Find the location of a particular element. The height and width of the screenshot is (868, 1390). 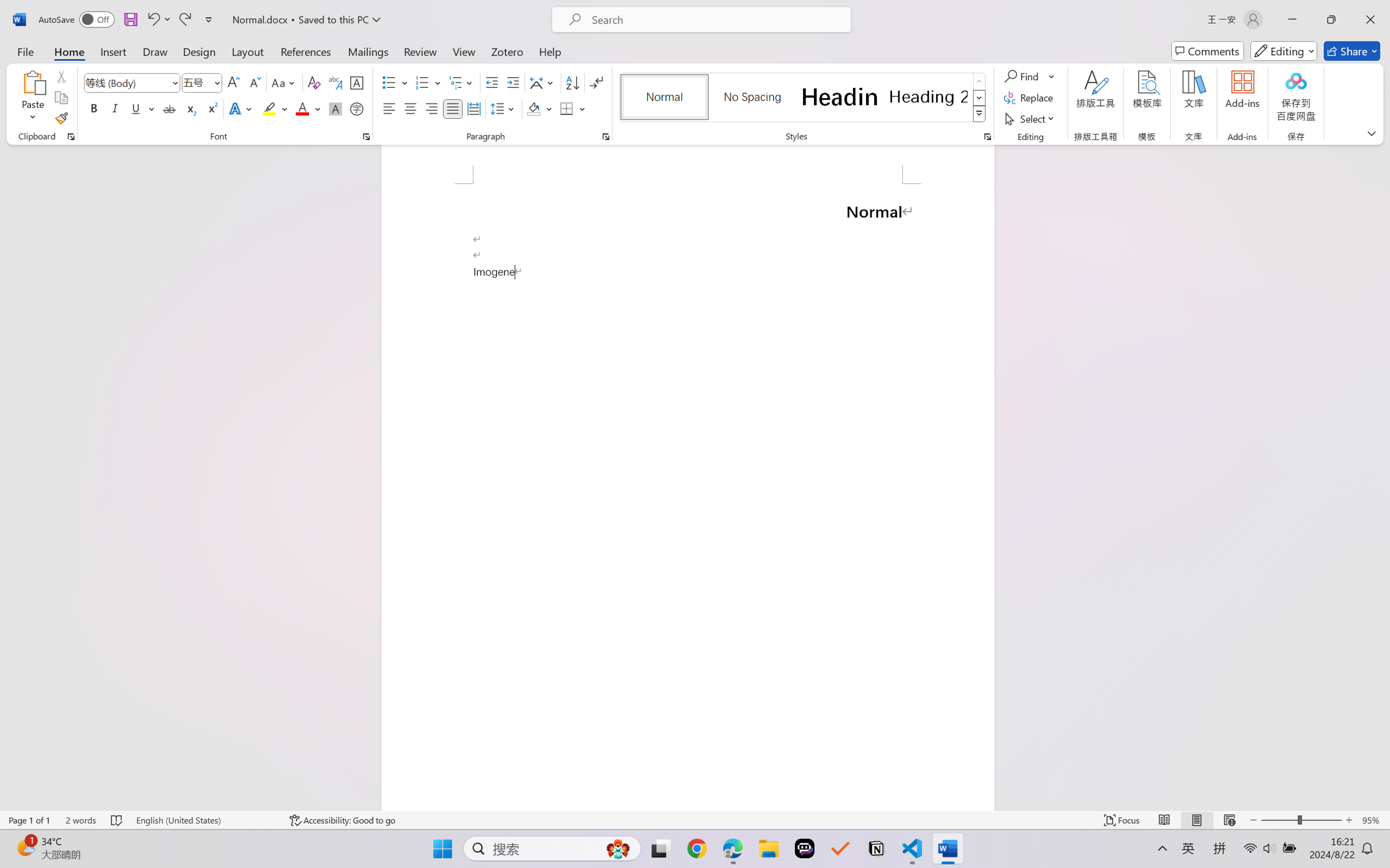

'Class: NetUIScrollBar' is located at coordinates (1383, 477).